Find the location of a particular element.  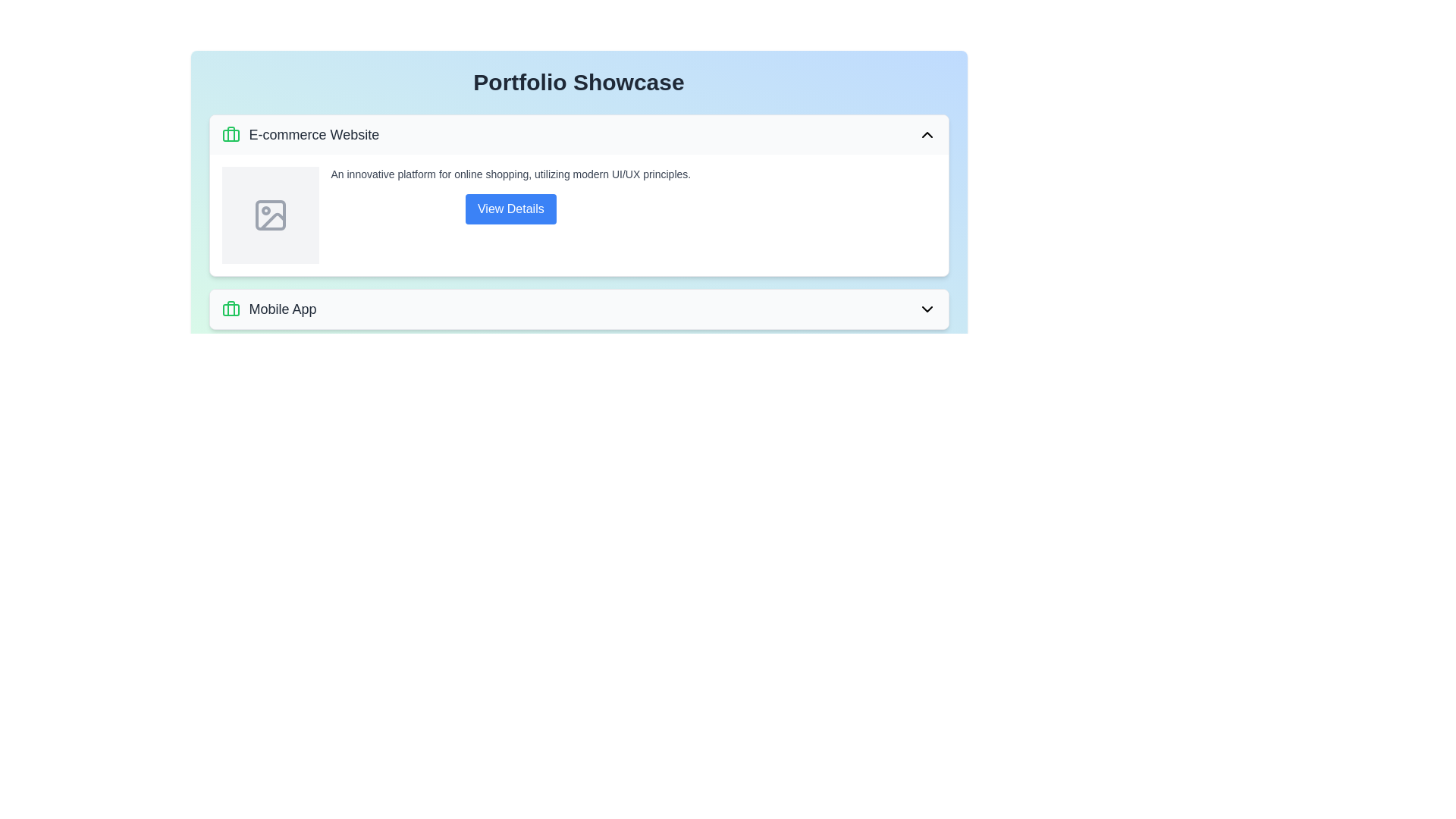

the text label providing a description about the 'E-commerce Website' feature, which is located directly below the title and above the 'View Details' button is located at coordinates (510, 174).